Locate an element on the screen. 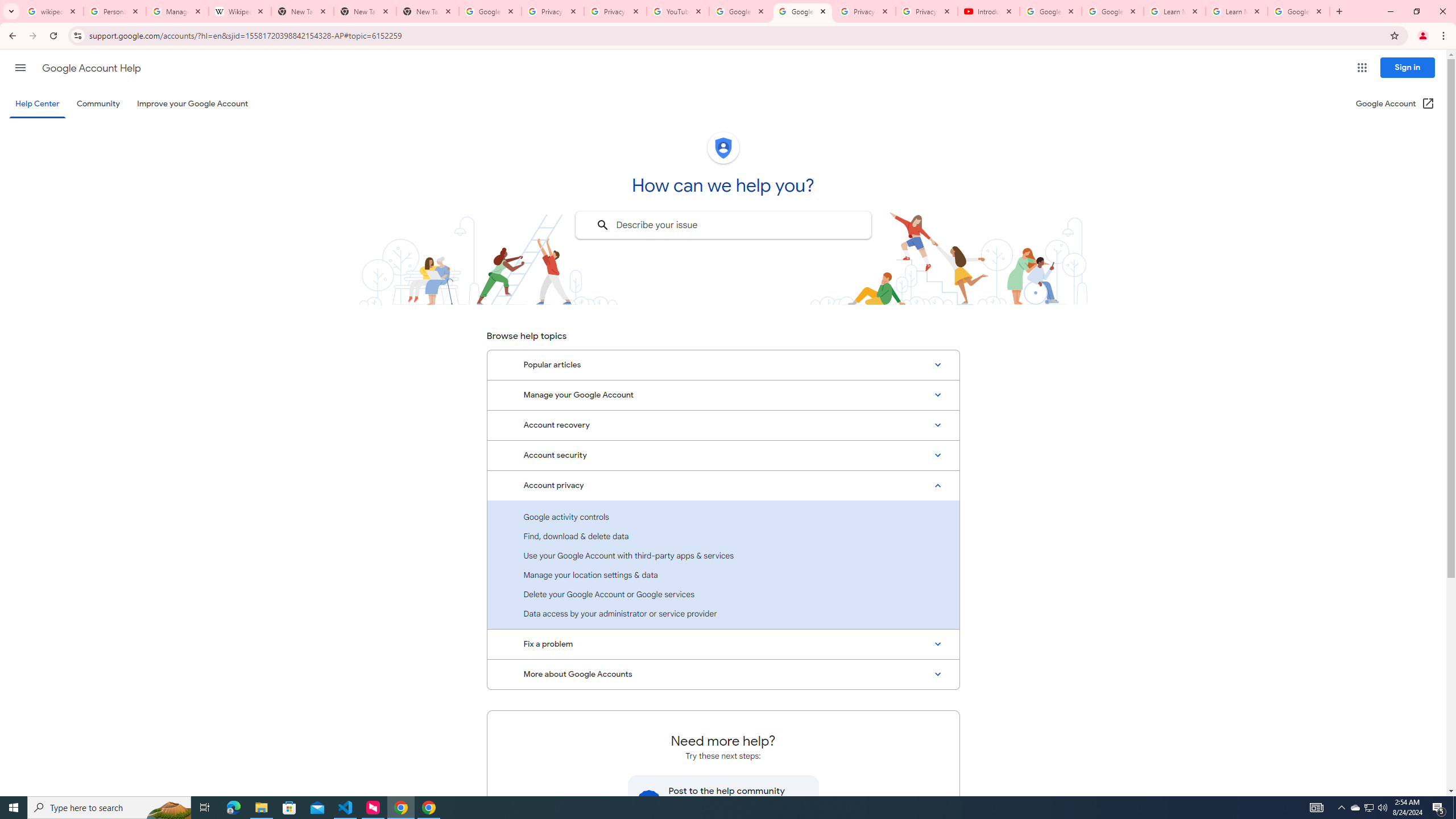  'Main menu' is located at coordinates (19, 67).